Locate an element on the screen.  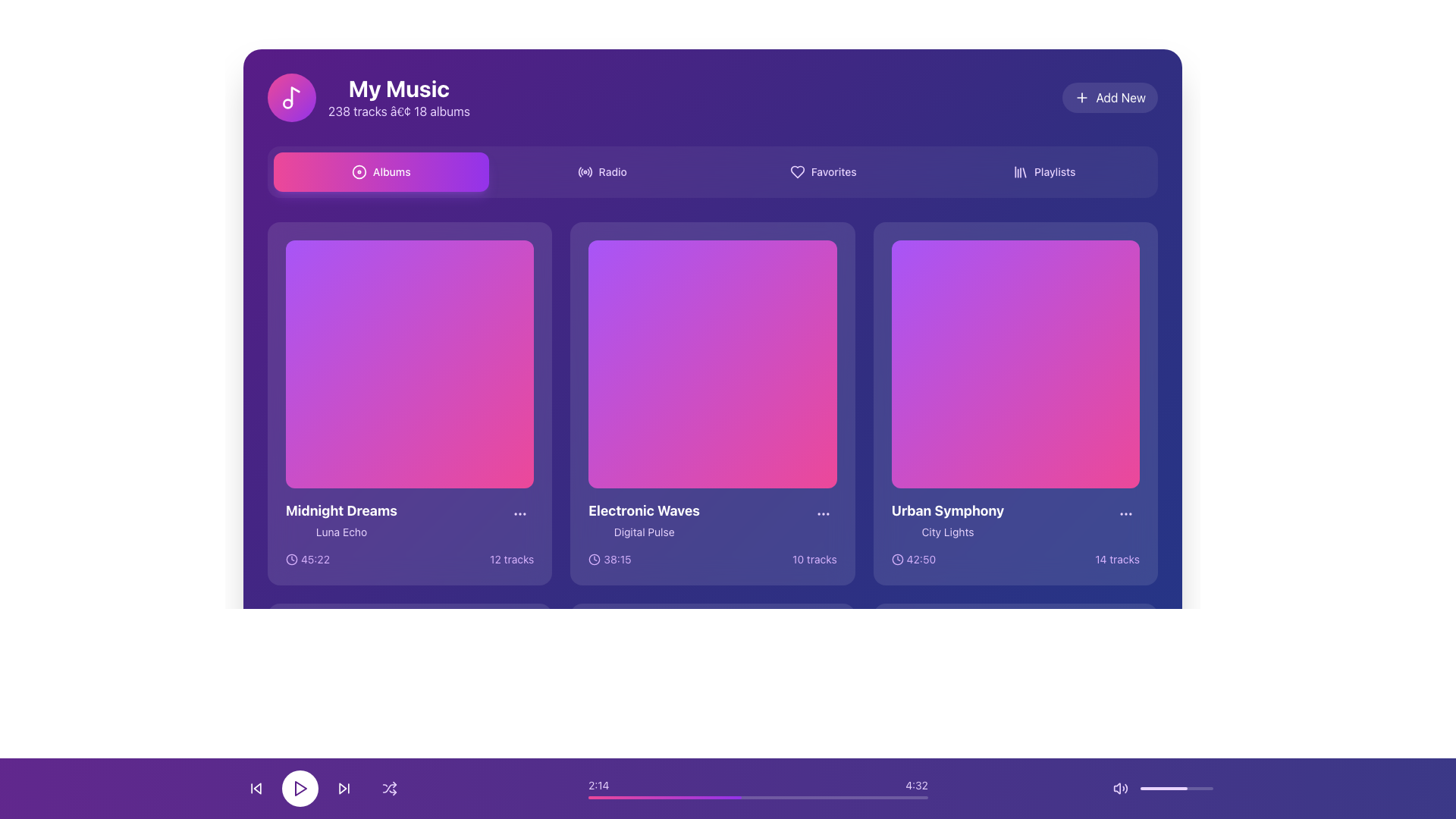
the text label 'Urban Symphony' which is displayed in a bold and large white font on a purple background, located in the third card from the left, above the text 'City Lights' is located at coordinates (946, 511).